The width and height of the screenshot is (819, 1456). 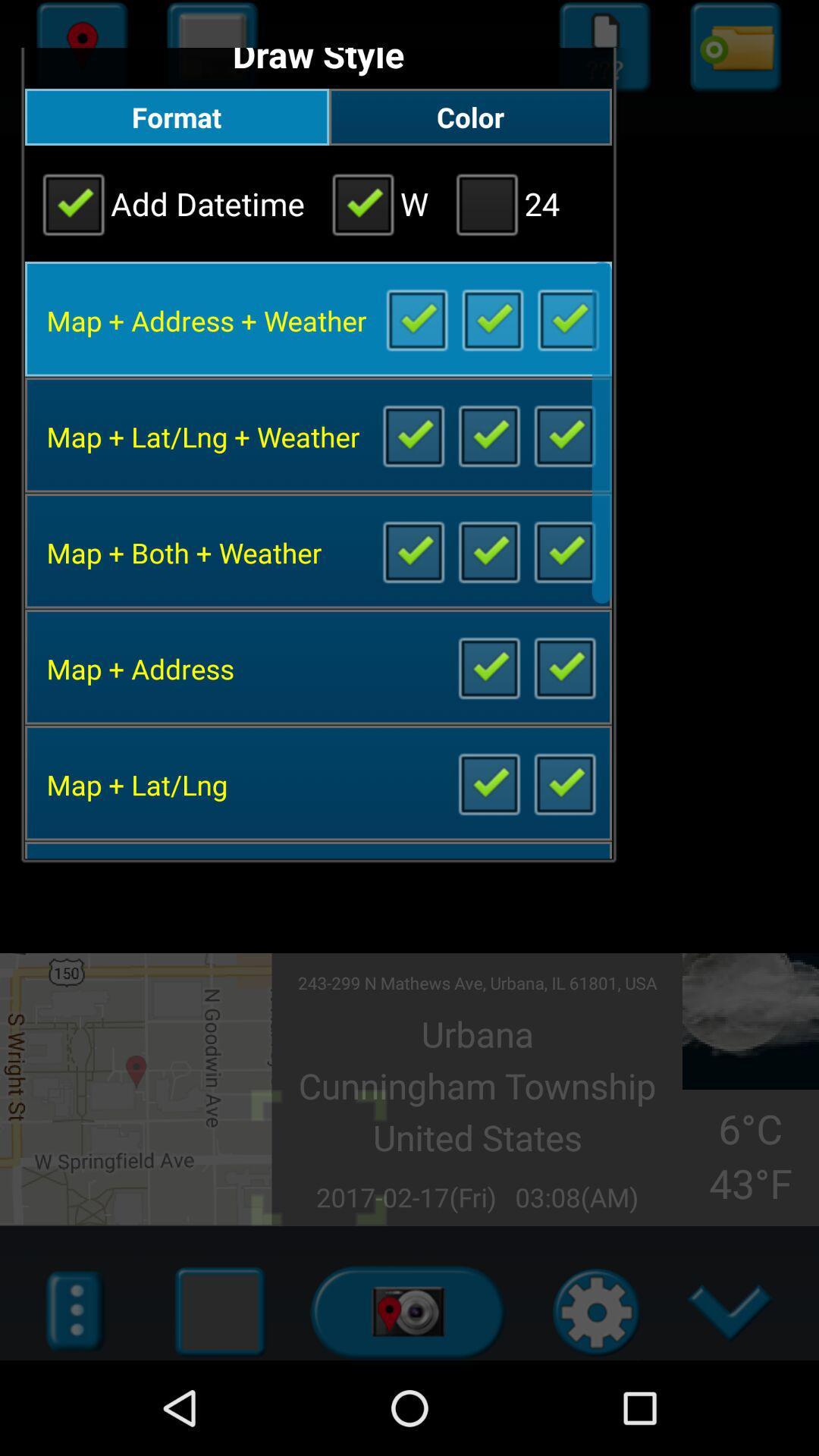 What do you see at coordinates (564, 667) in the screenshot?
I see `include widget` at bounding box center [564, 667].